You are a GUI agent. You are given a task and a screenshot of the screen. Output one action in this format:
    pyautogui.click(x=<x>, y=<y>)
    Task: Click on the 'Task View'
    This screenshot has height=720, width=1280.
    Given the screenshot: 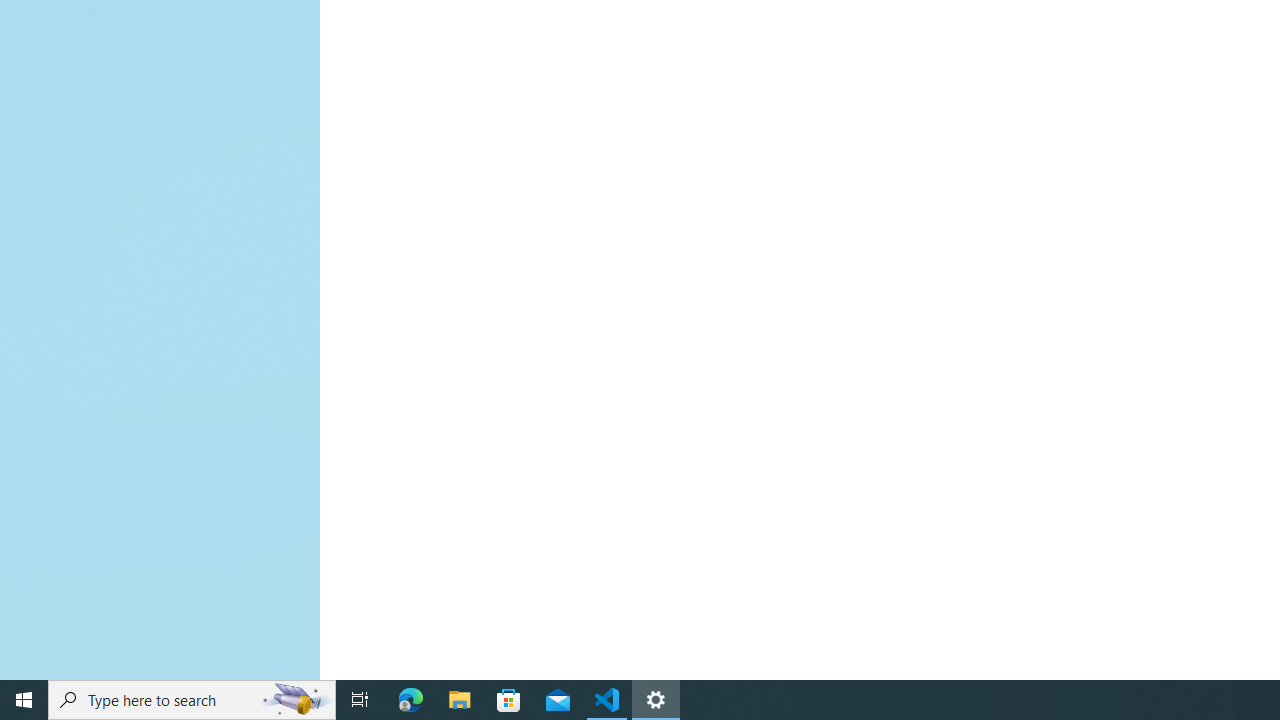 What is the action you would take?
    pyautogui.click(x=359, y=698)
    